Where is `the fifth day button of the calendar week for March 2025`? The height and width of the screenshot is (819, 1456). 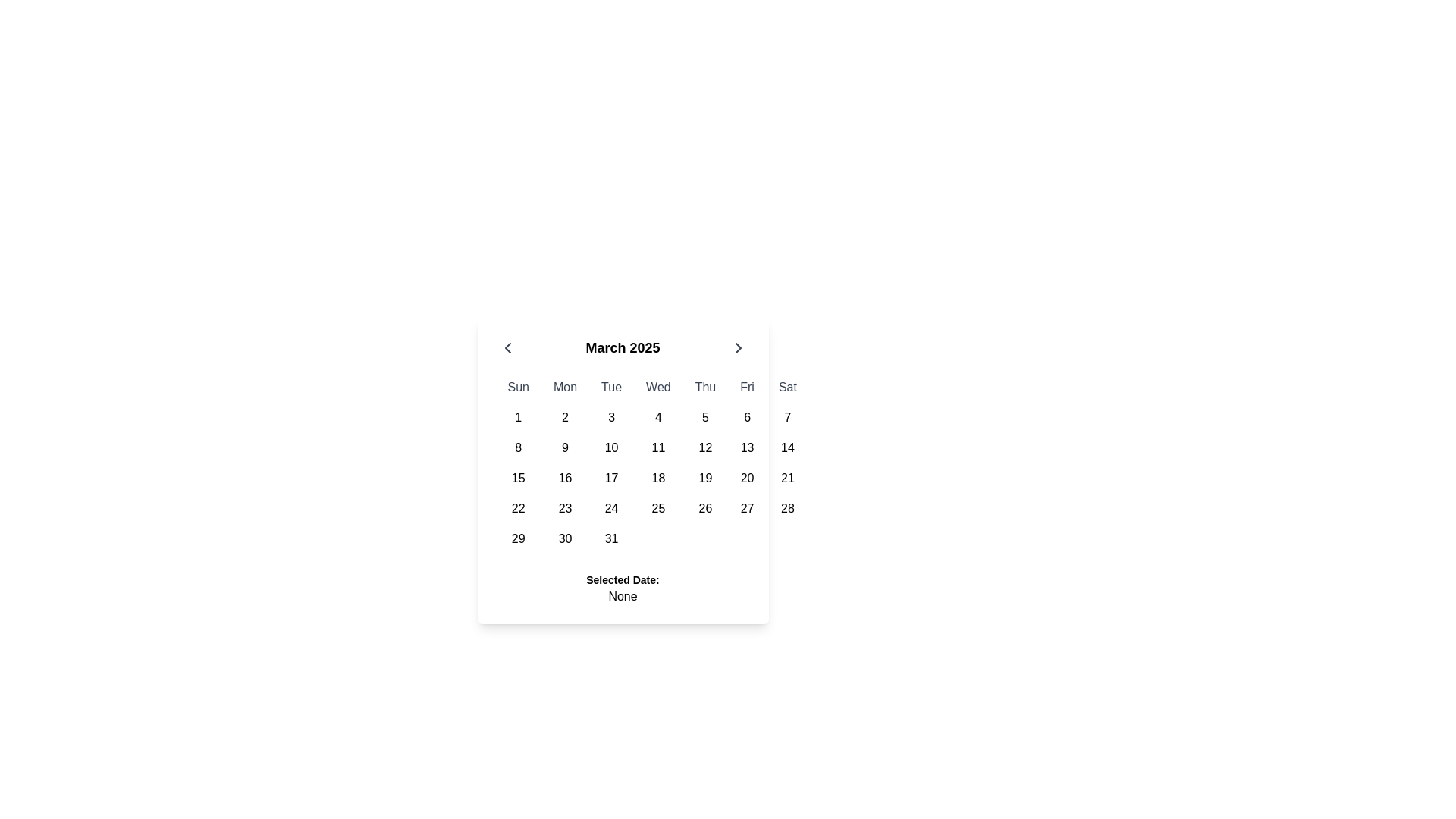 the fifth day button of the calendar week for March 2025 is located at coordinates (704, 418).